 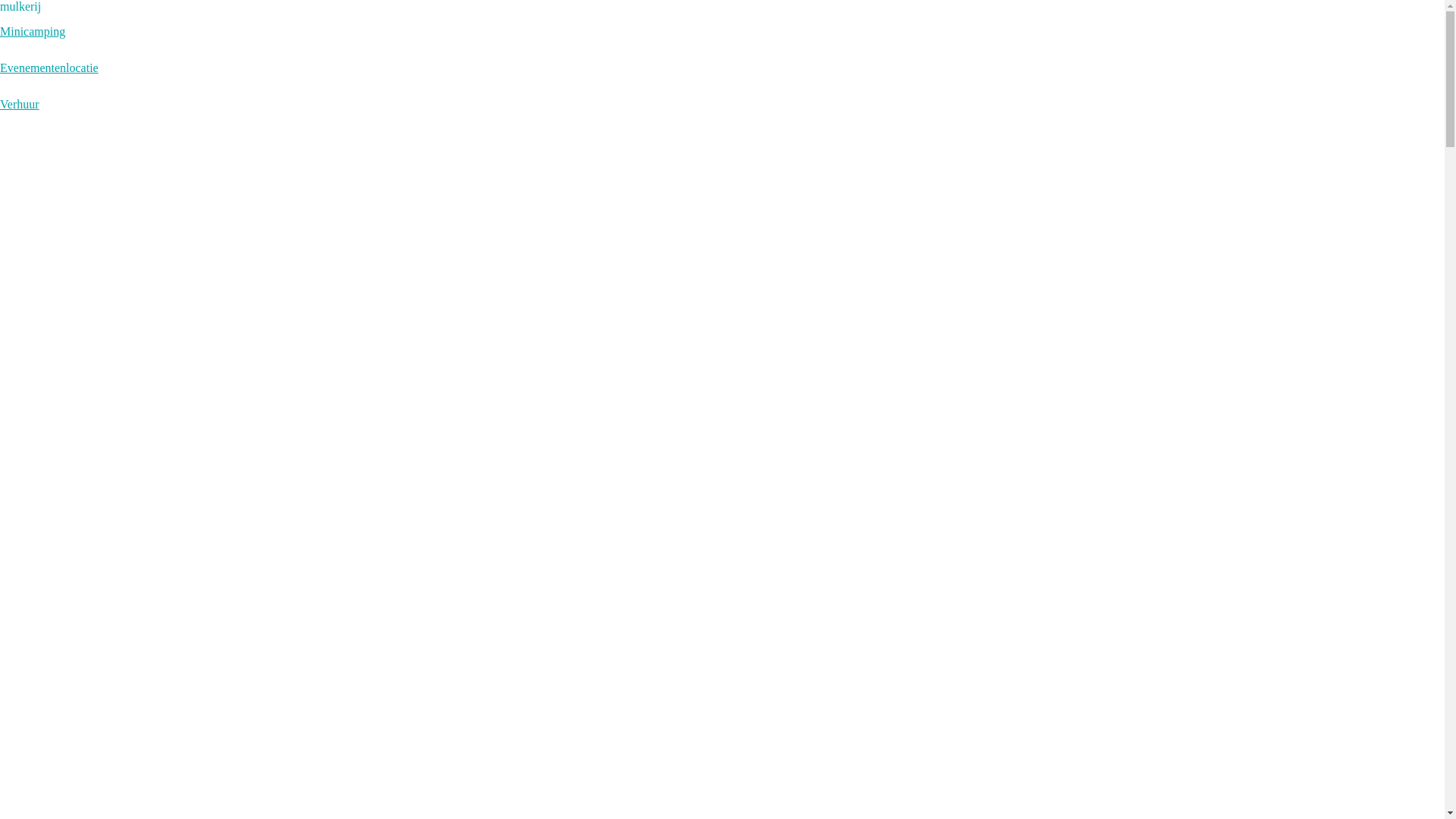 What do you see at coordinates (33, 31) in the screenshot?
I see `'Minicamping'` at bounding box center [33, 31].